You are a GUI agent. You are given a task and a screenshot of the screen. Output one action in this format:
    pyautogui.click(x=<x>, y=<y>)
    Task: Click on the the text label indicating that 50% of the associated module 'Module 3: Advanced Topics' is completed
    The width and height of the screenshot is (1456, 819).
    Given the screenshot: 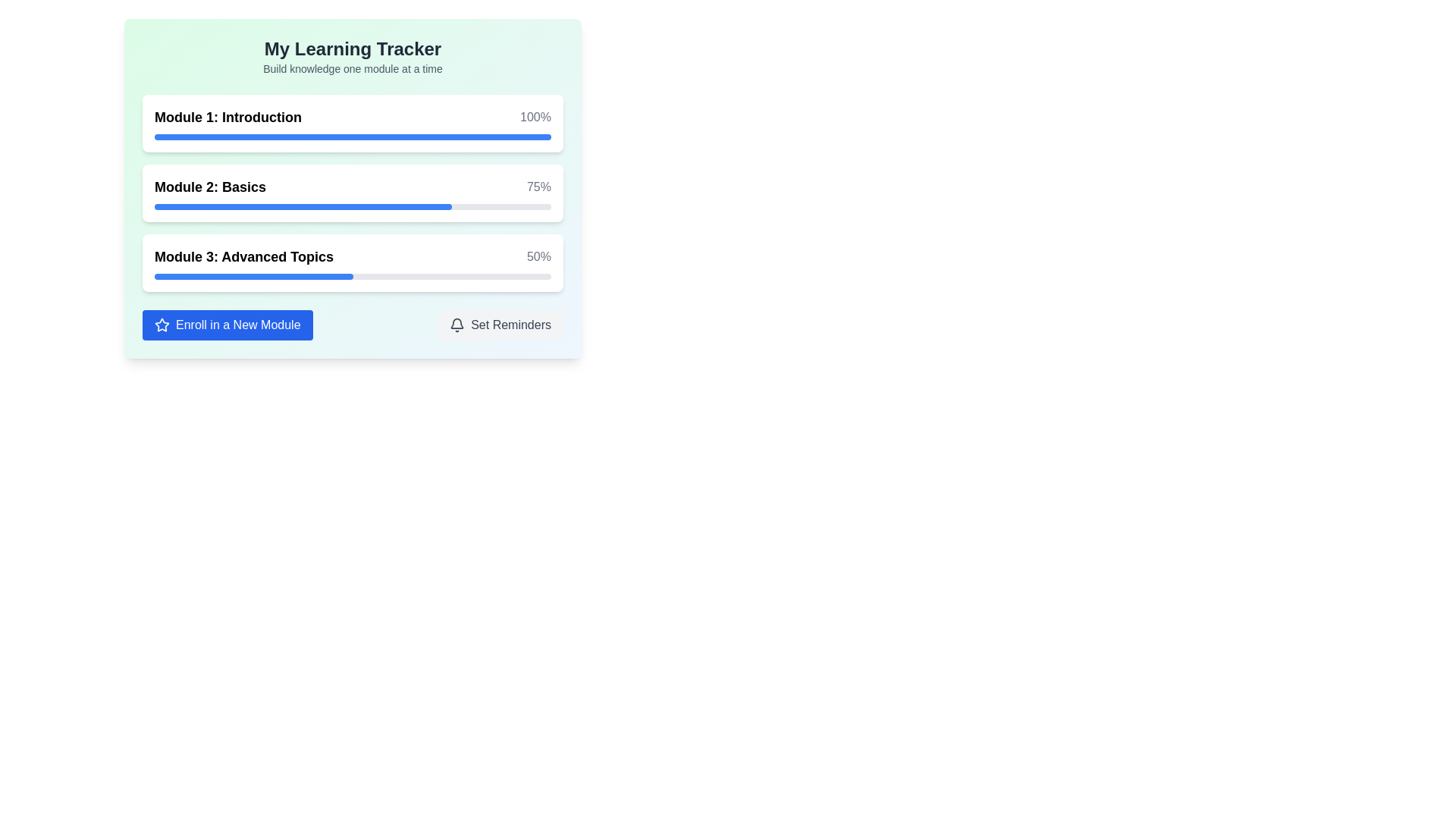 What is the action you would take?
    pyautogui.click(x=538, y=256)
    